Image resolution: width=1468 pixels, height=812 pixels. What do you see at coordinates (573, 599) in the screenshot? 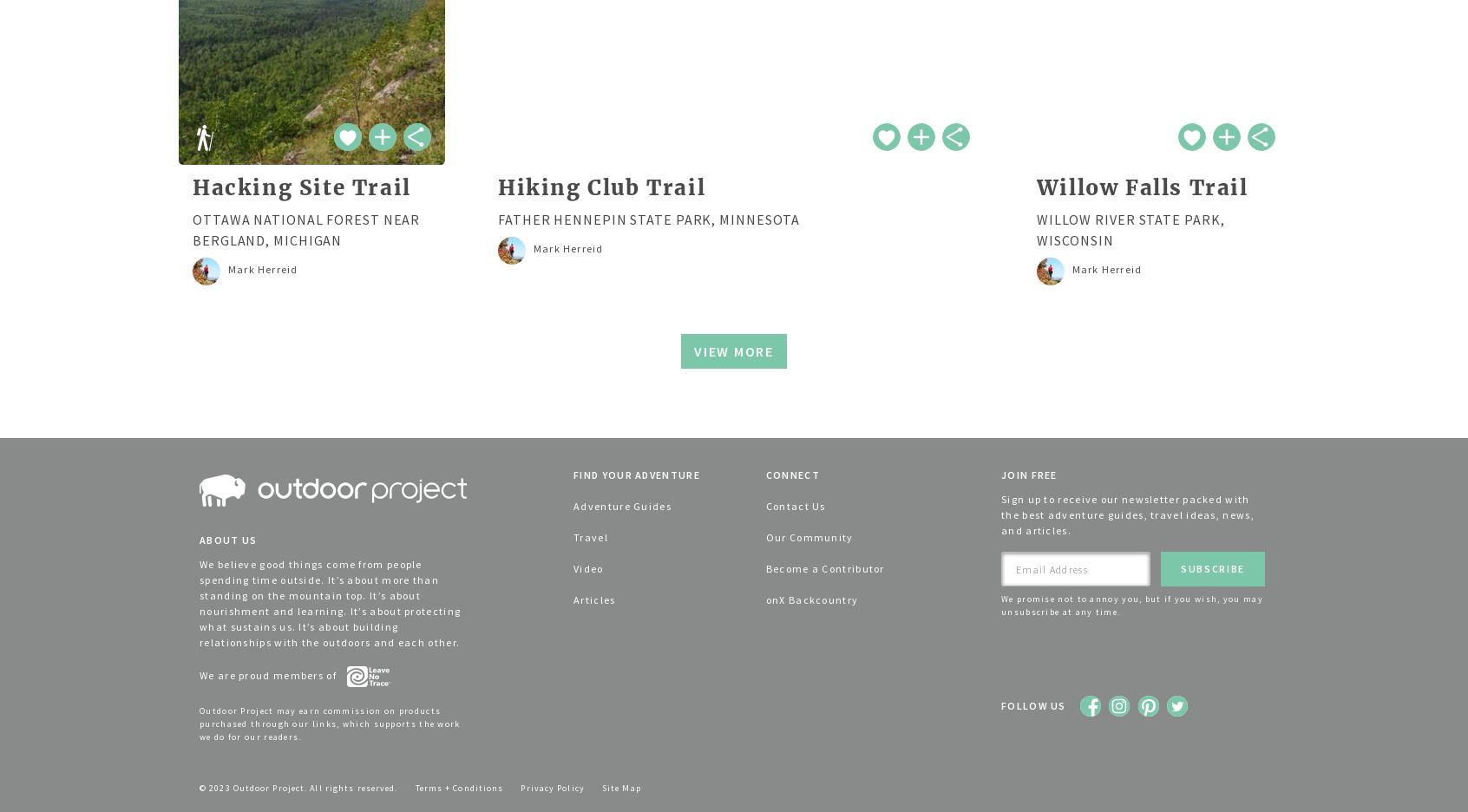
I see `'Articles'` at bounding box center [573, 599].